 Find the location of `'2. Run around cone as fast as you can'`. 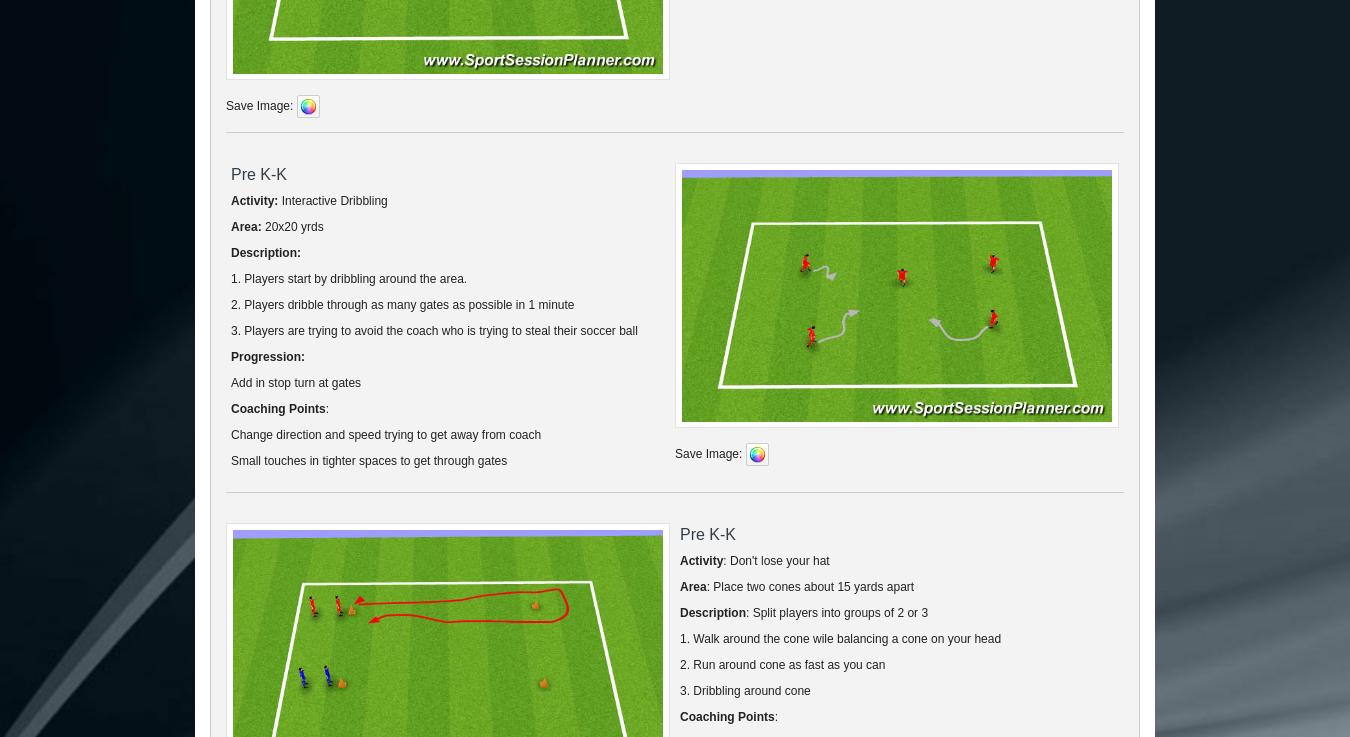

'2. Run around cone as fast as you can' is located at coordinates (781, 663).